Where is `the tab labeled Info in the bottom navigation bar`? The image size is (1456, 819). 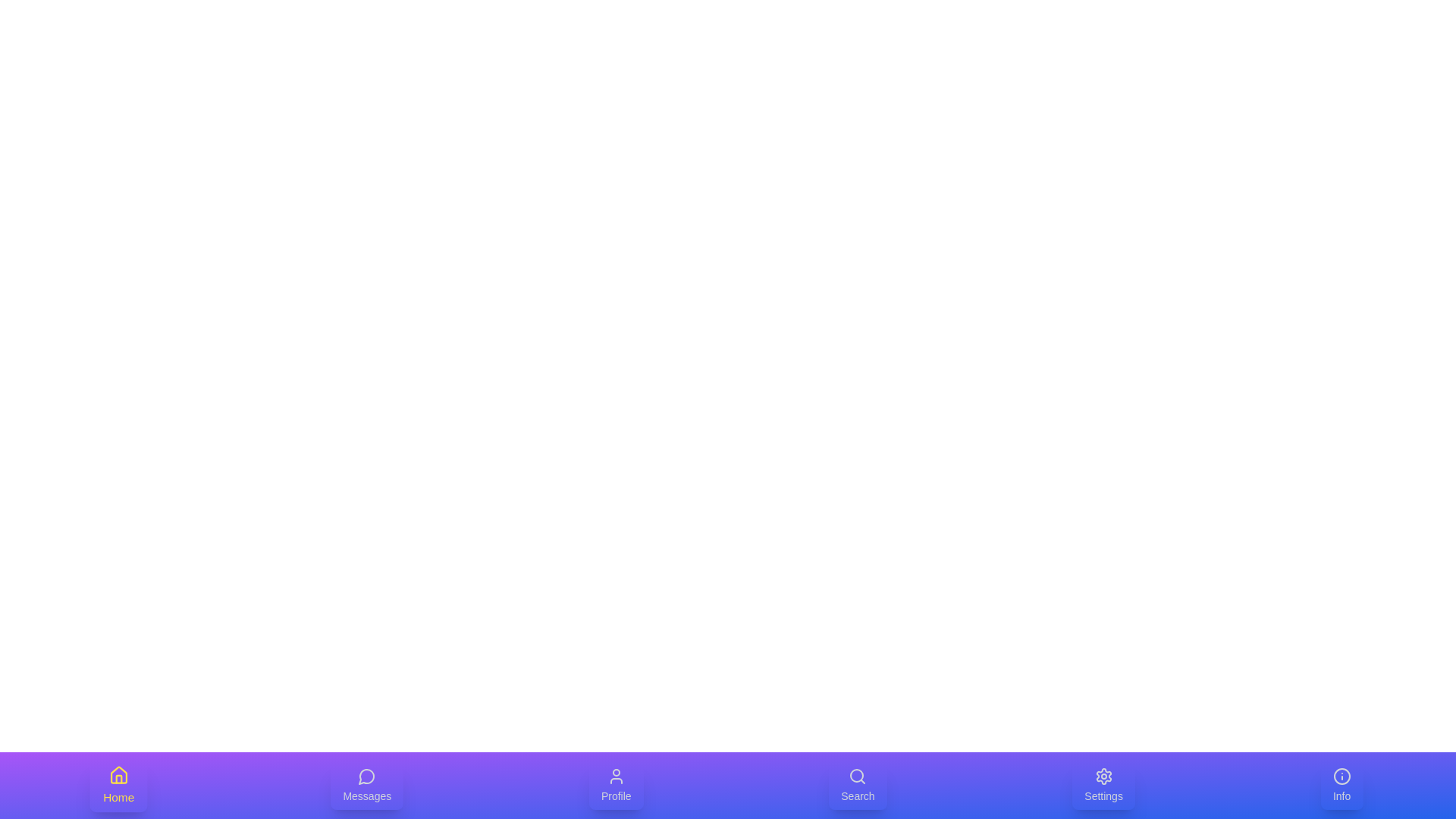
the tab labeled Info in the bottom navigation bar is located at coordinates (1341, 785).